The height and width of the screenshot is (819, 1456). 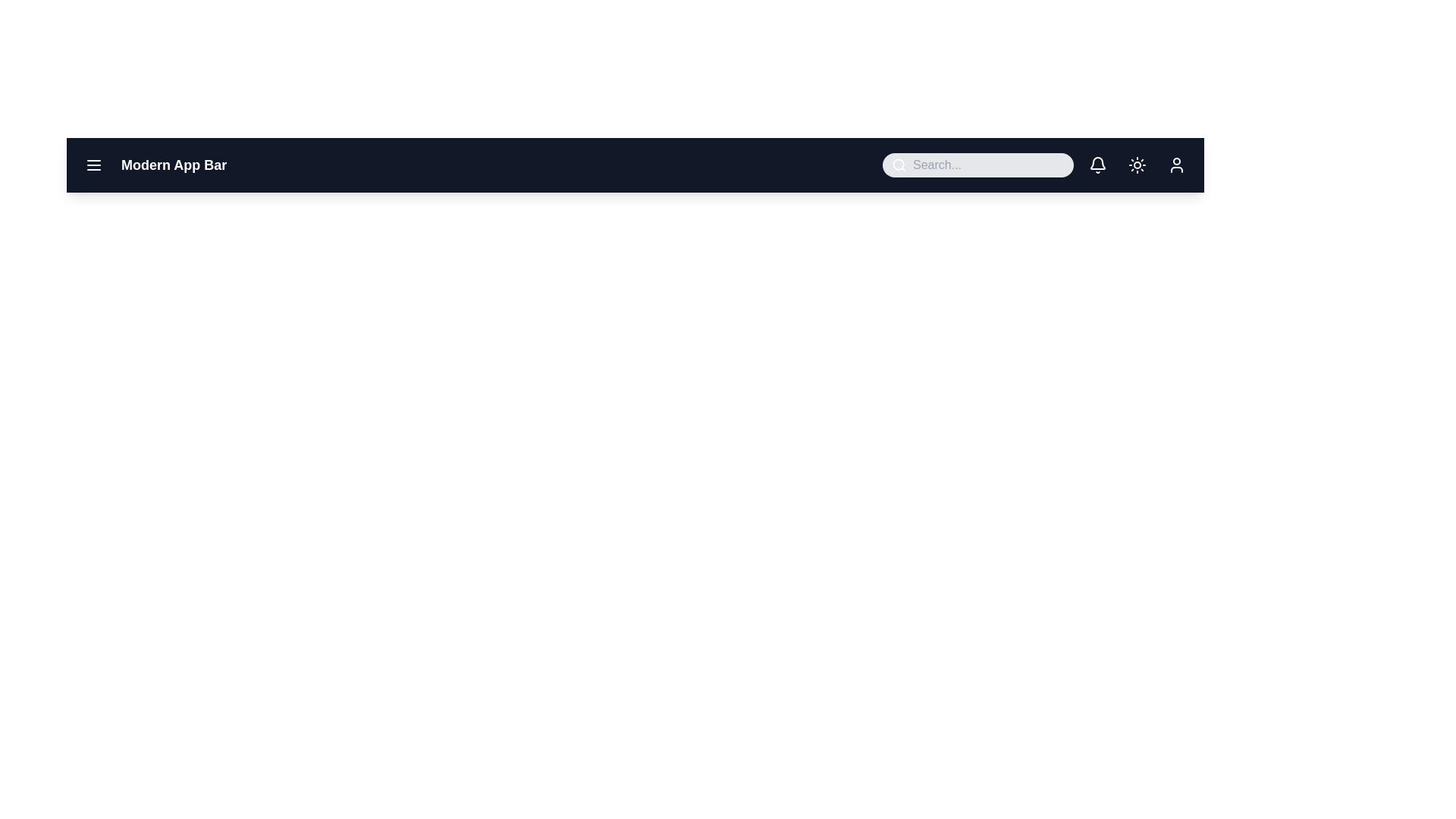 I want to click on the menu button to toggle the menu, so click(x=93, y=165).